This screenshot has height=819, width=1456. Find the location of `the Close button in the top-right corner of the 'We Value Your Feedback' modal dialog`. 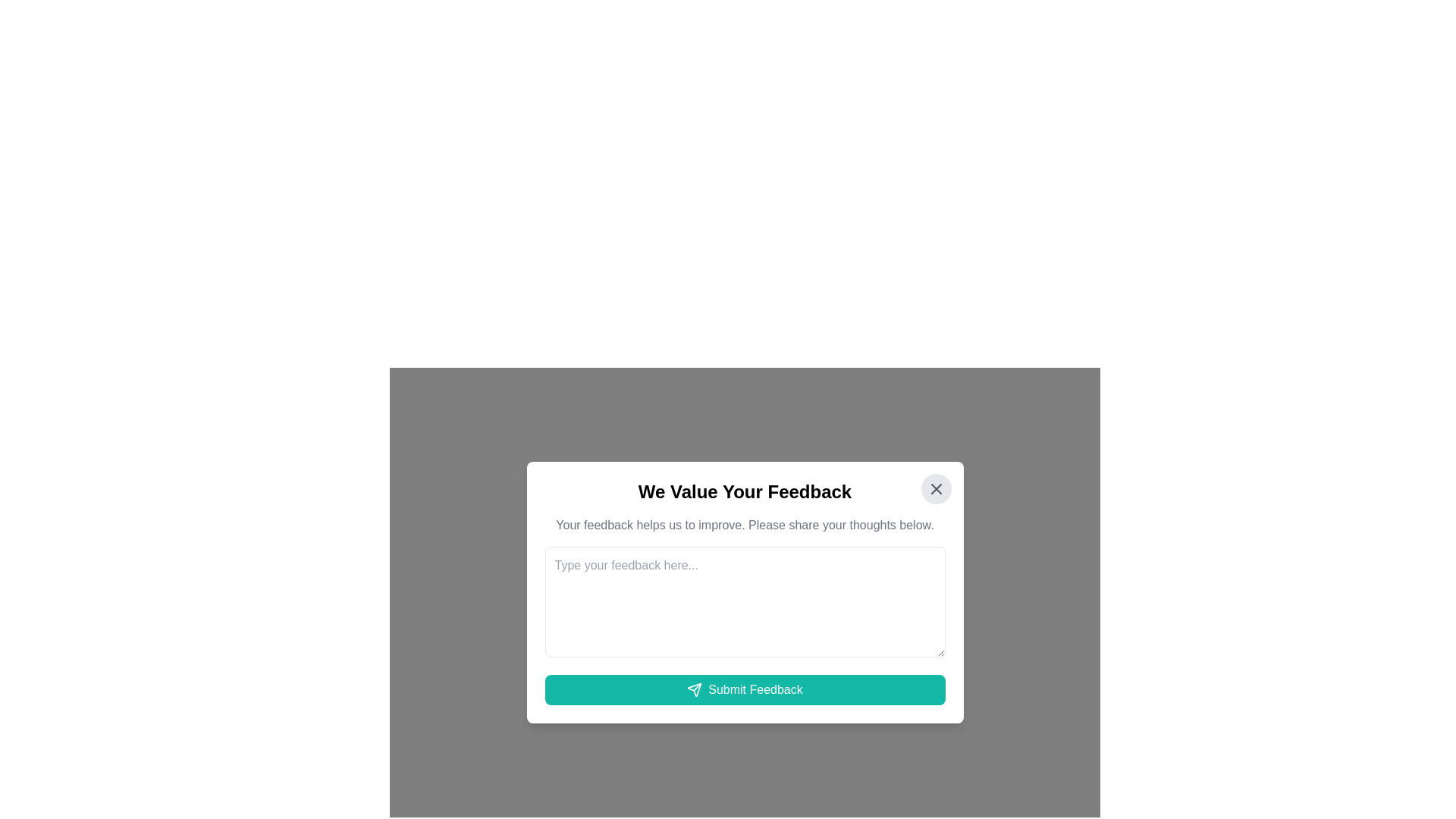

the Close button in the top-right corner of the 'We Value Your Feedback' modal dialog is located at coordinates (935, 488).